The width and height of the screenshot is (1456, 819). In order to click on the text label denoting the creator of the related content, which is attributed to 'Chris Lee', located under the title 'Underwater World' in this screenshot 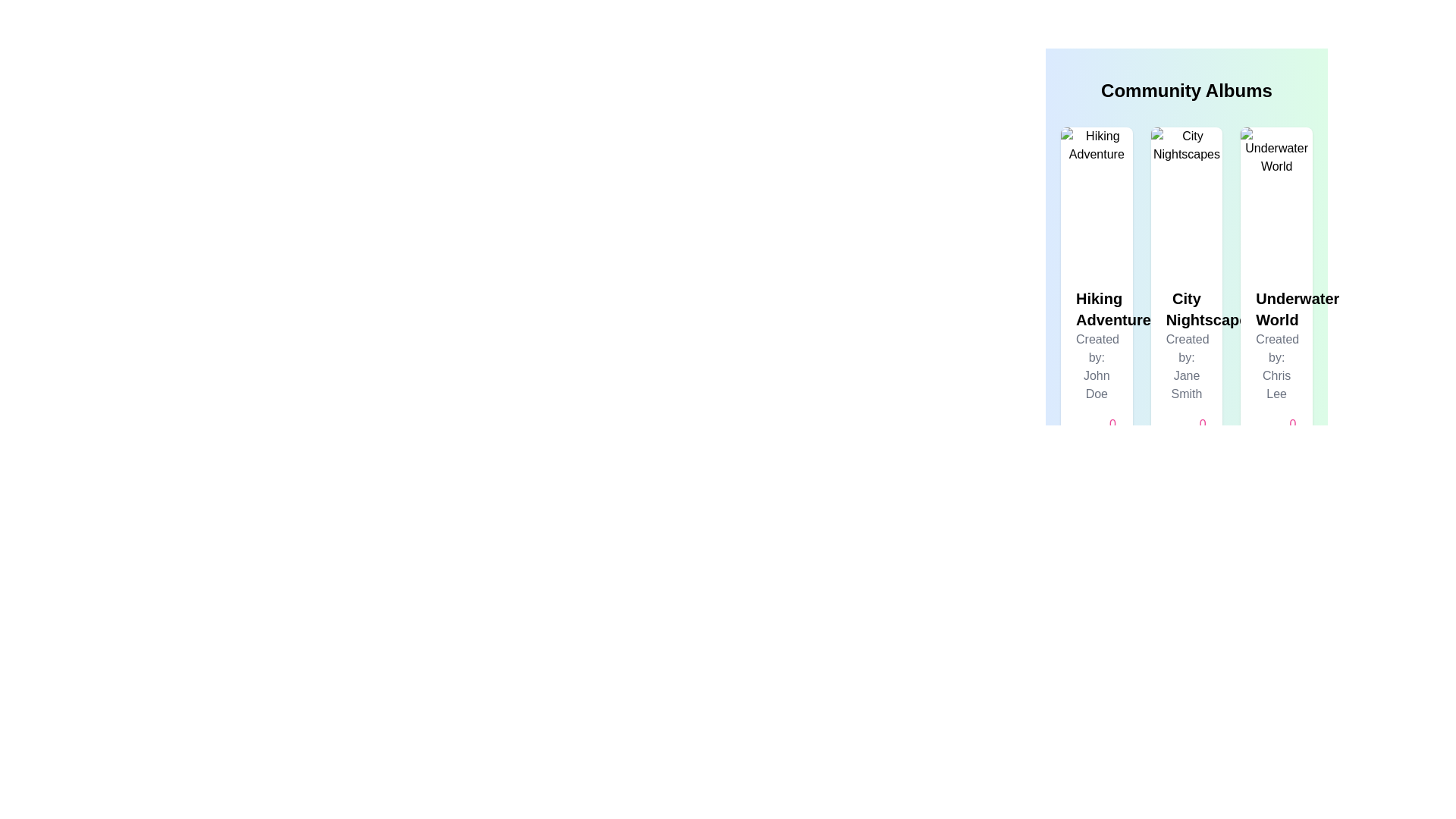, I will do `click(1276, 366)`.